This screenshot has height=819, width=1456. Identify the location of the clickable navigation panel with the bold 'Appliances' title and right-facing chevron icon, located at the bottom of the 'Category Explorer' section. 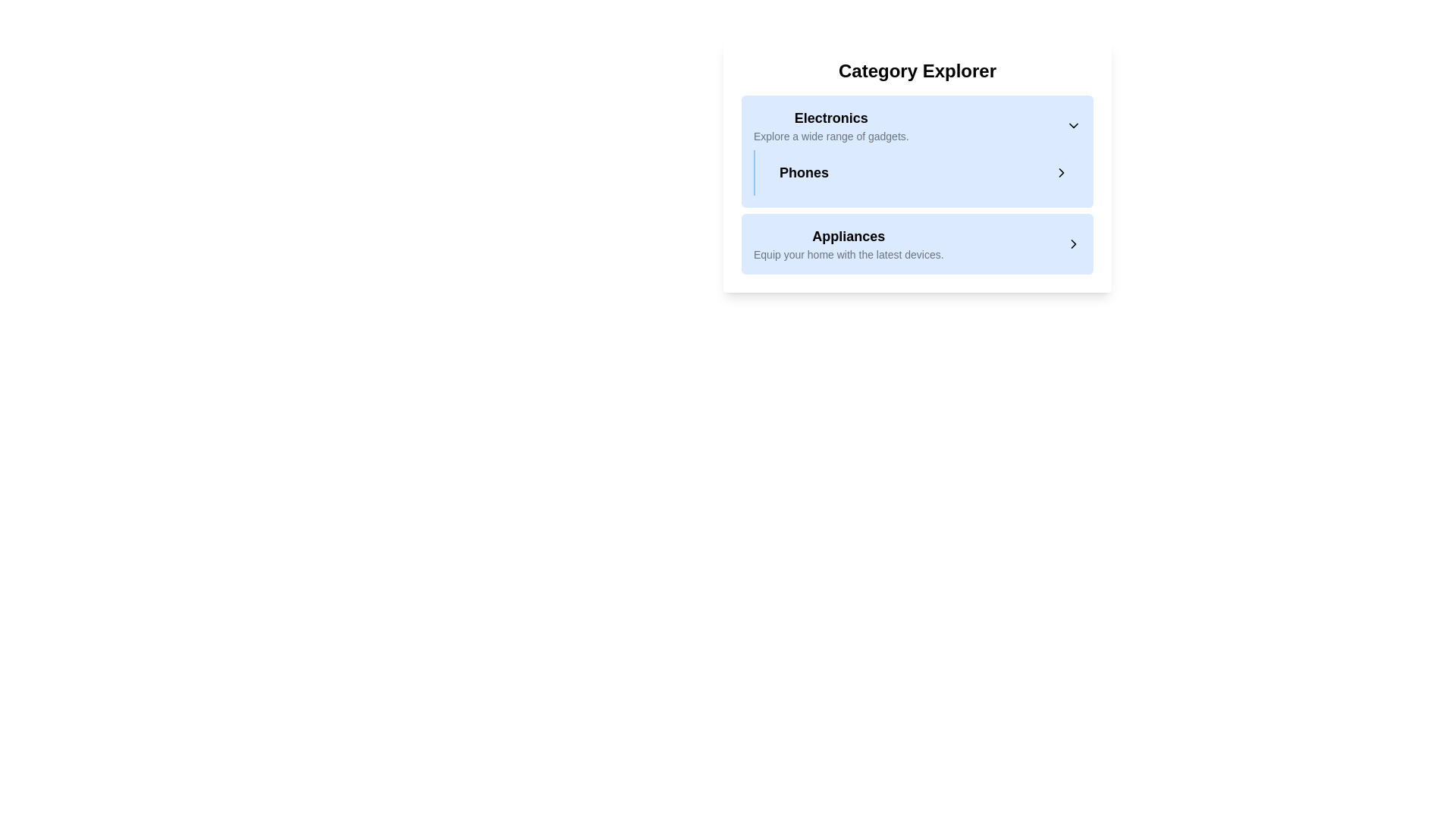
(916, 243).